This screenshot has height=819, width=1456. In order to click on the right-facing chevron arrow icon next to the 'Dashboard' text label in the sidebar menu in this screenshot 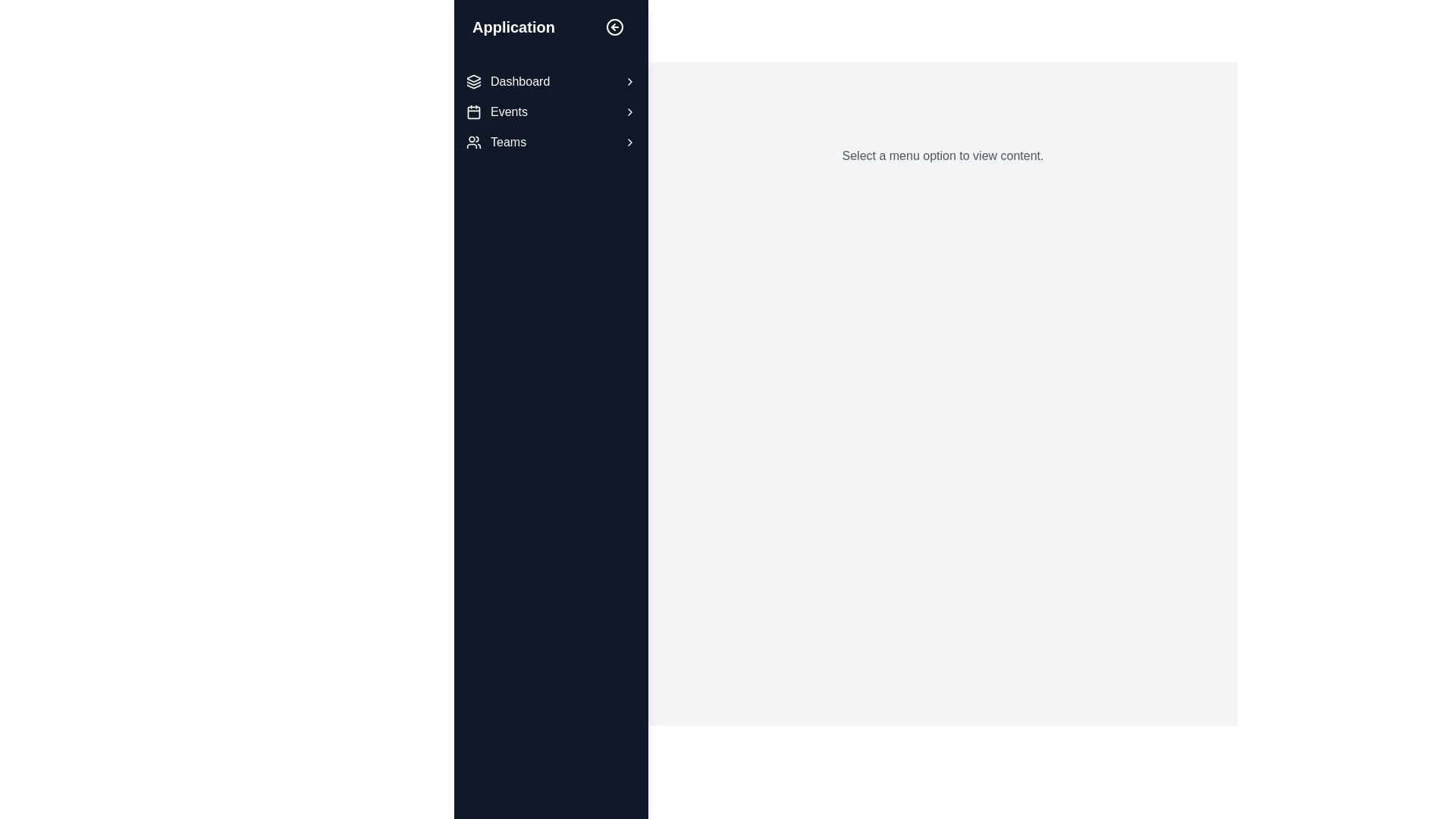, I will do `click(629, 82)`.